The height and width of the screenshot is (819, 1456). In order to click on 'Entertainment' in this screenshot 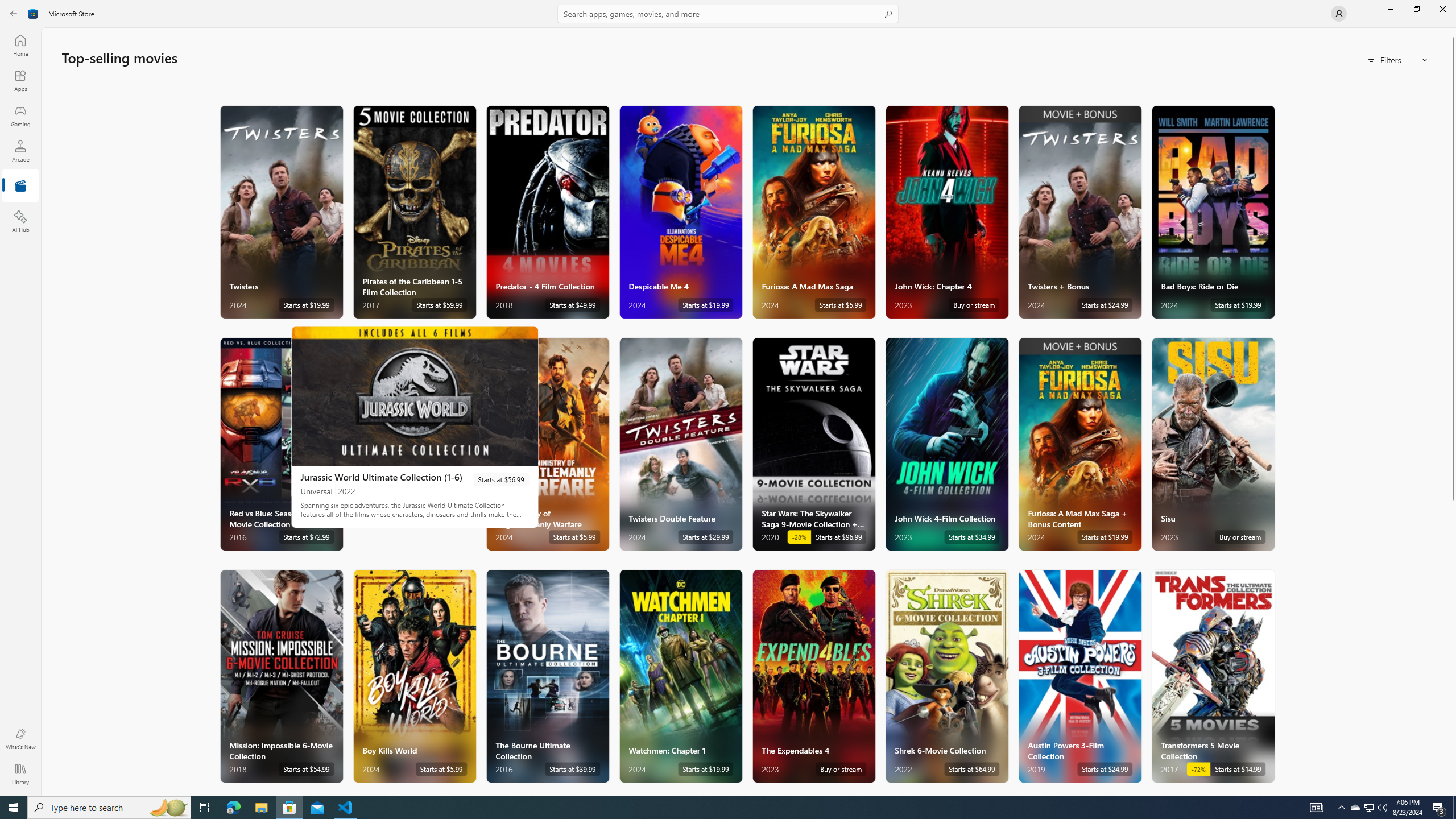, I will do `click(19, 185)`.